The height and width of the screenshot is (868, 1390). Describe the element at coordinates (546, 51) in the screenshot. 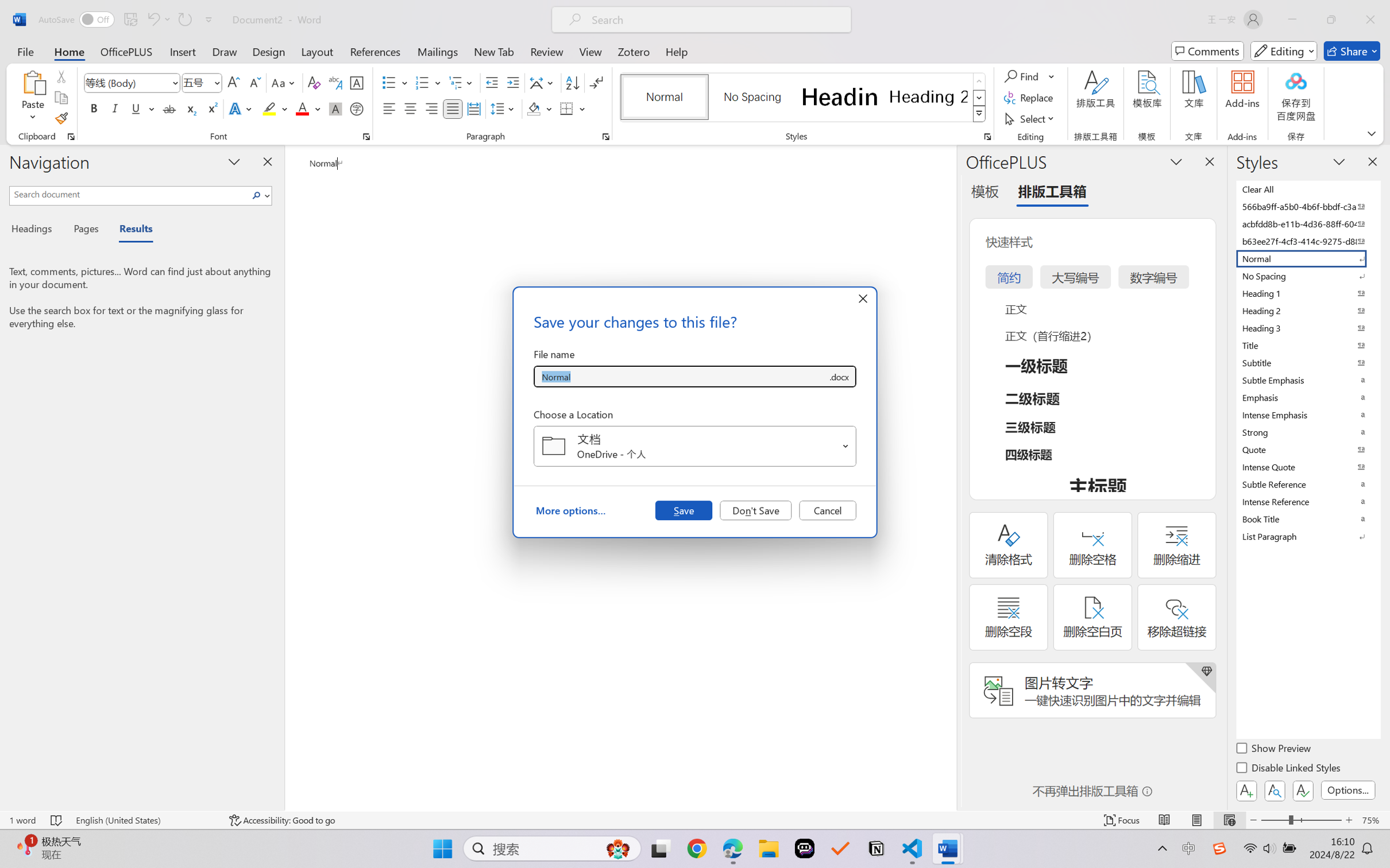

I see `'Review'` at that location.